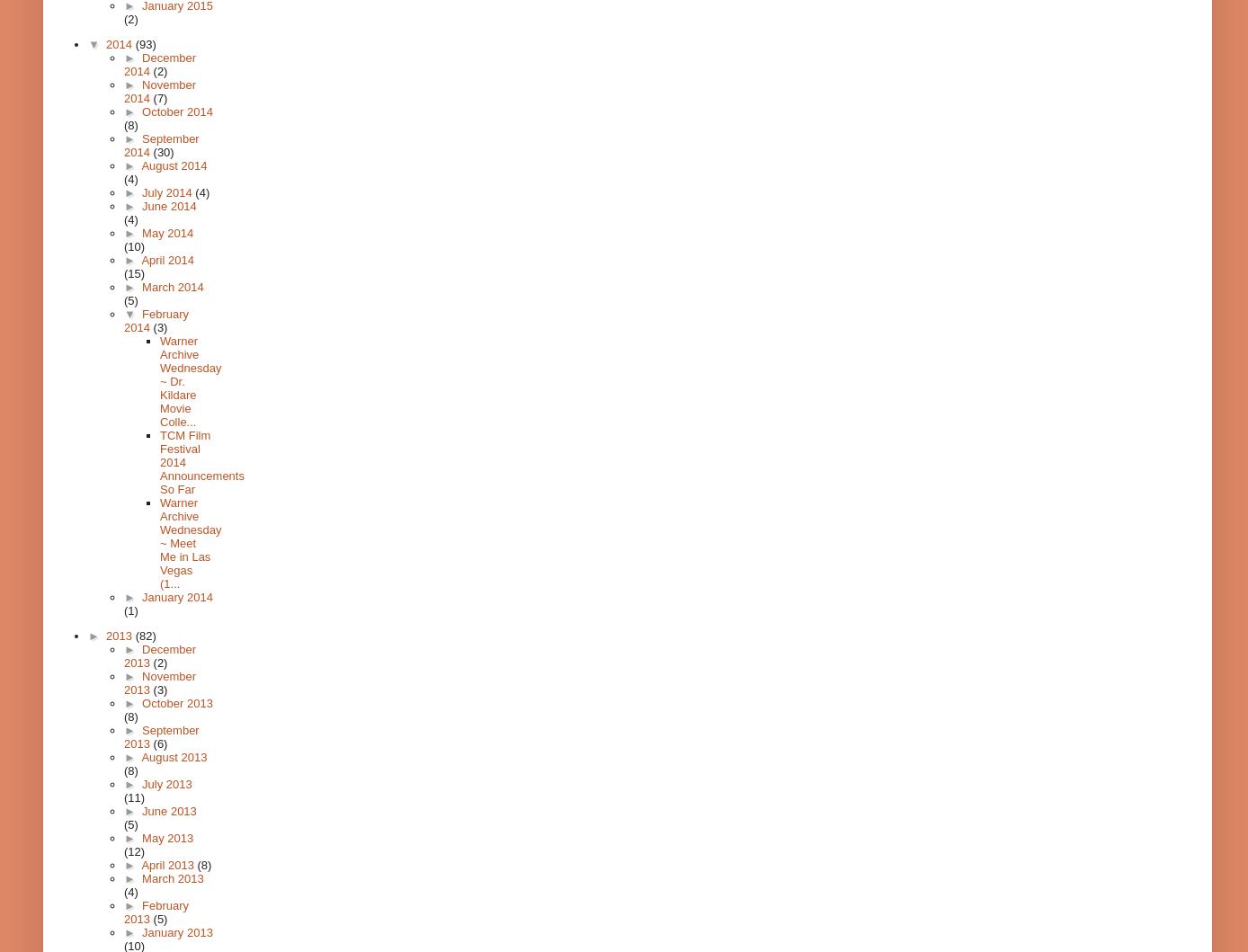 The height and width of the screenshot is (952, 1248). Describe the element at coordinates (120, 636) in the screenshot. I see `'2013'` at that location.